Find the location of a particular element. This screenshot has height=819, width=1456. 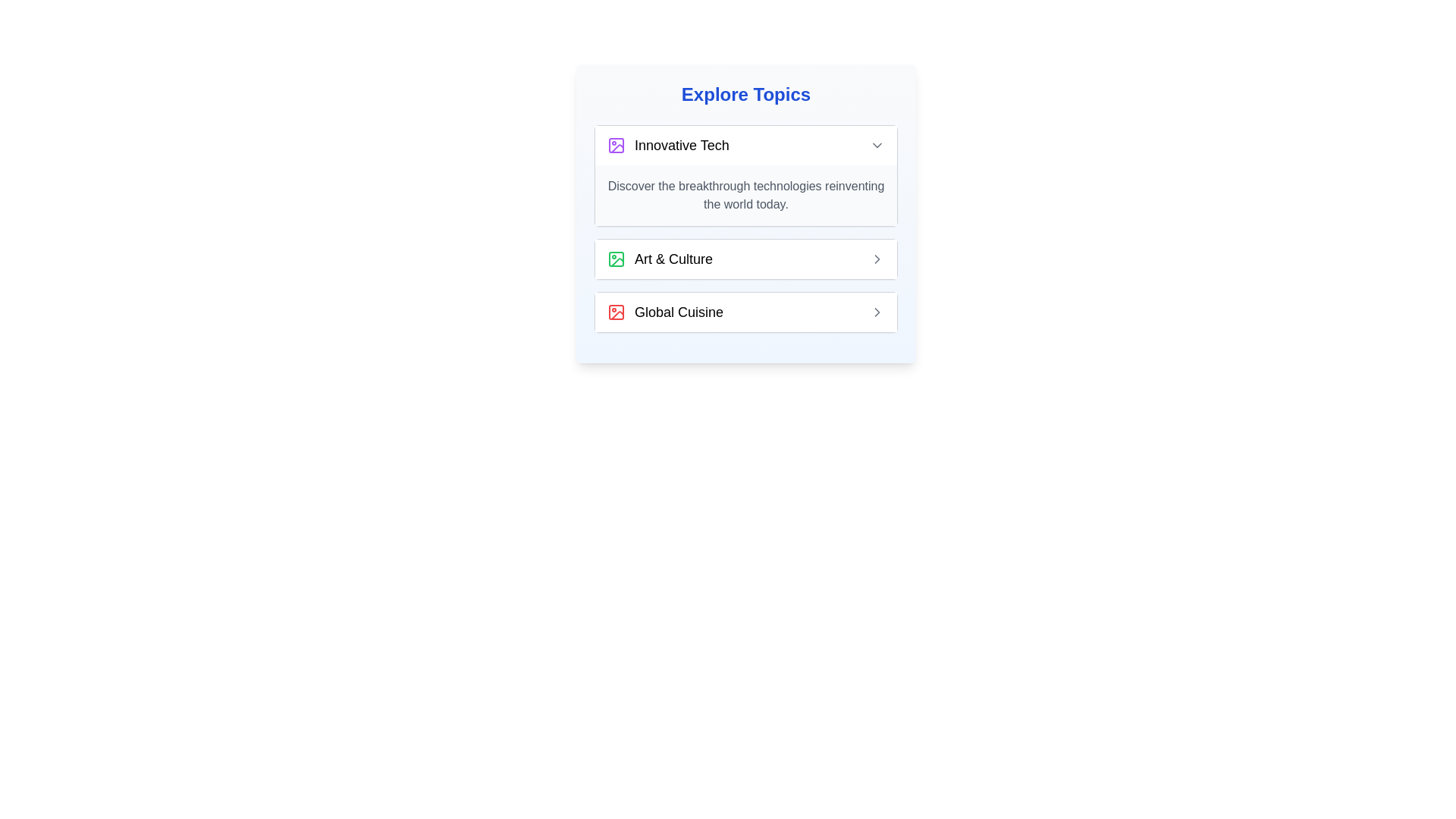

the chevron icon located on the far-right side of the 'Art & Culture' list item is located at coordinates (877, 259).